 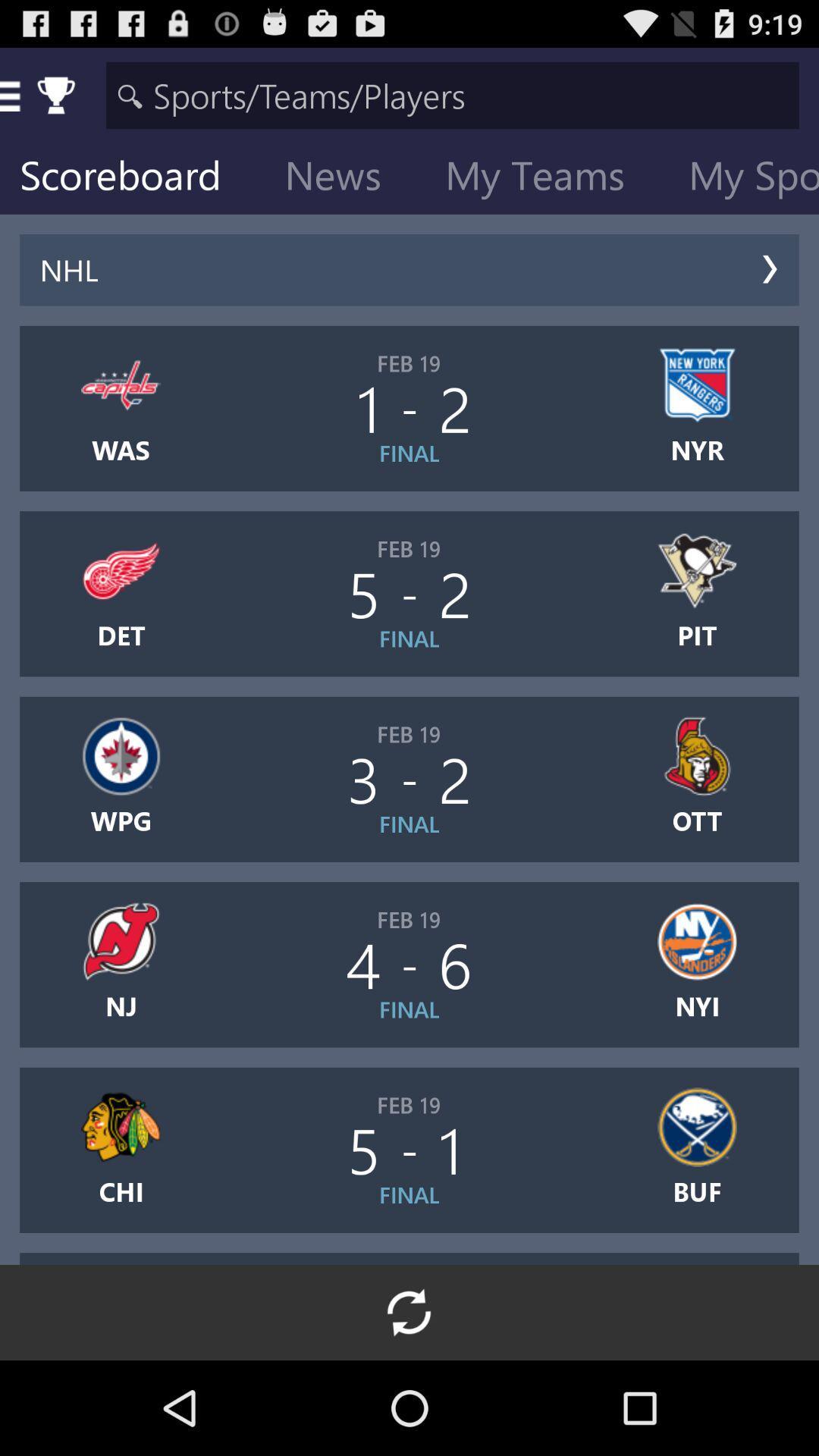 What do you see at coordinates (452, 94) in the screenshot?
I see `search box` at bounding box center [452, 94].